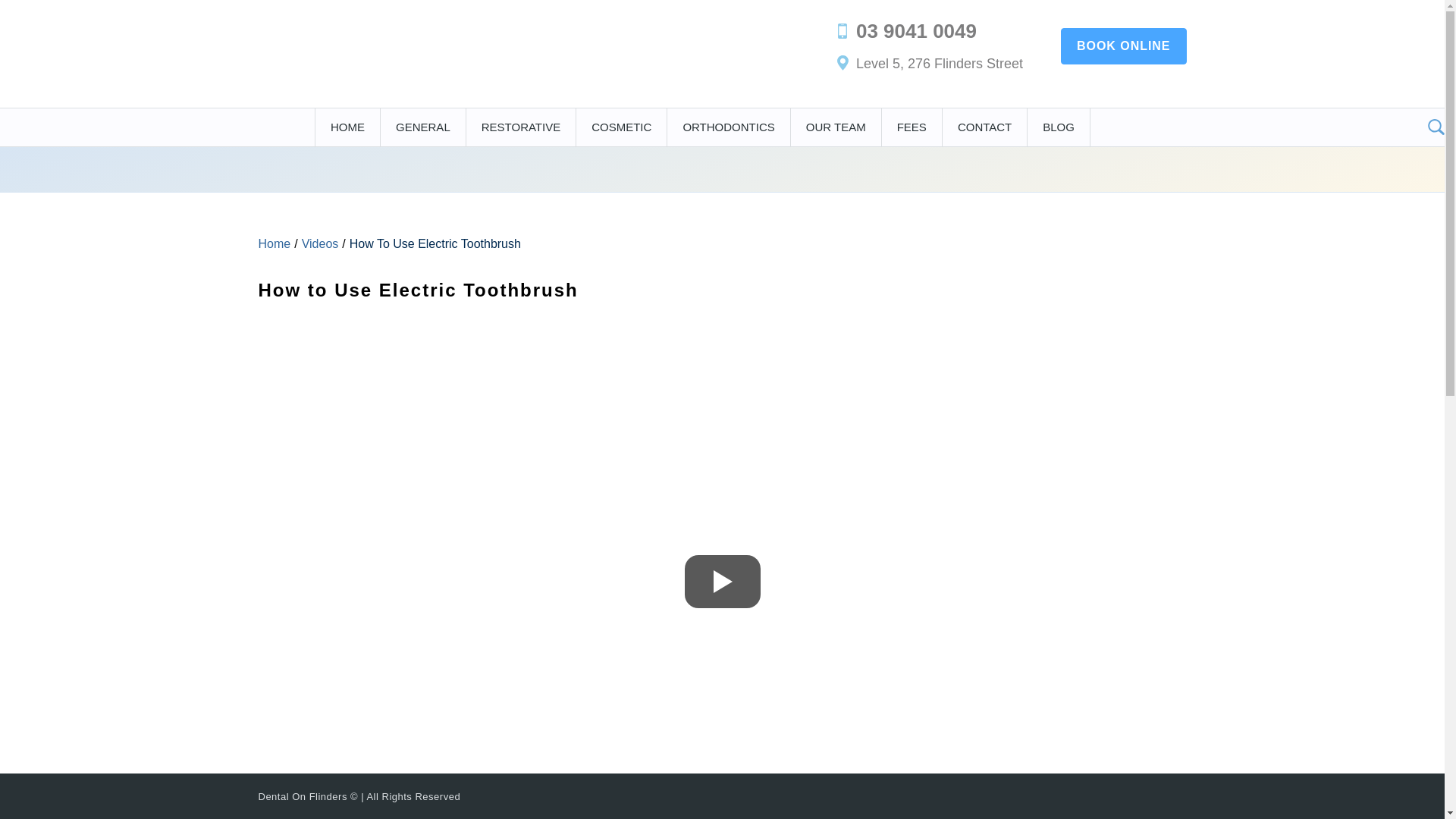  Describe the element at coordinates (911, 127) in the screenshot. I see `'FEES'` at that location.